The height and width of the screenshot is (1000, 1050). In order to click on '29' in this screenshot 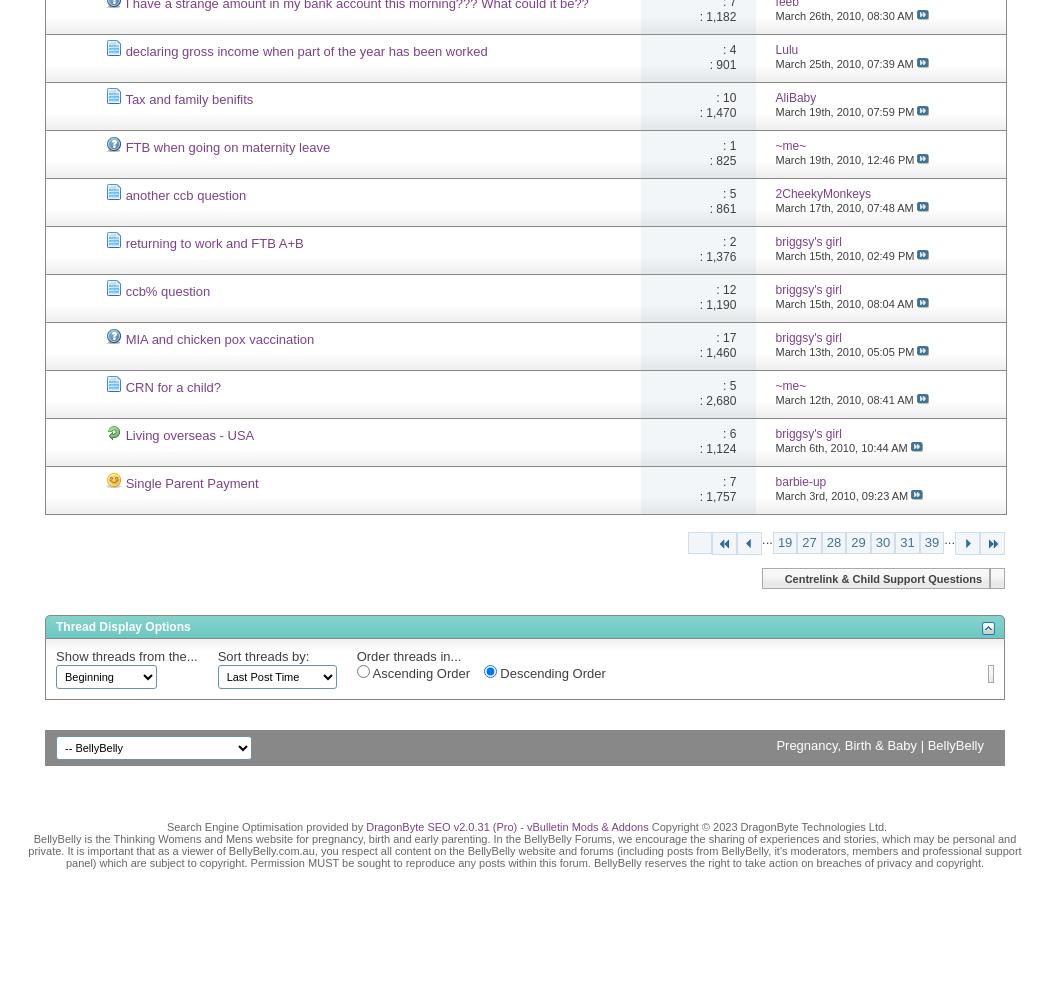, I will do `click(857, 541)`.